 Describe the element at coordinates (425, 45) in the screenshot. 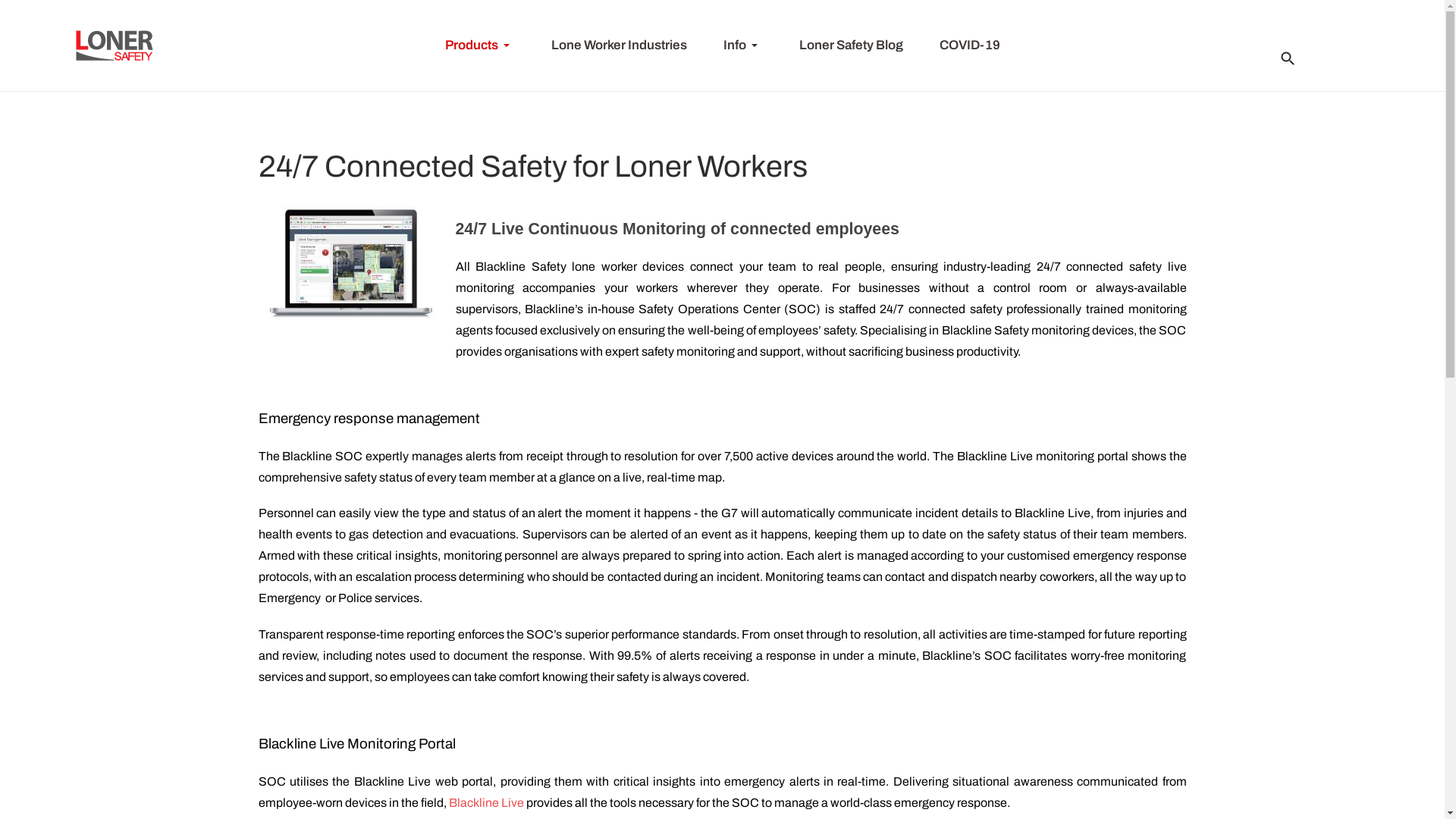

I see `'Products'` at that location.